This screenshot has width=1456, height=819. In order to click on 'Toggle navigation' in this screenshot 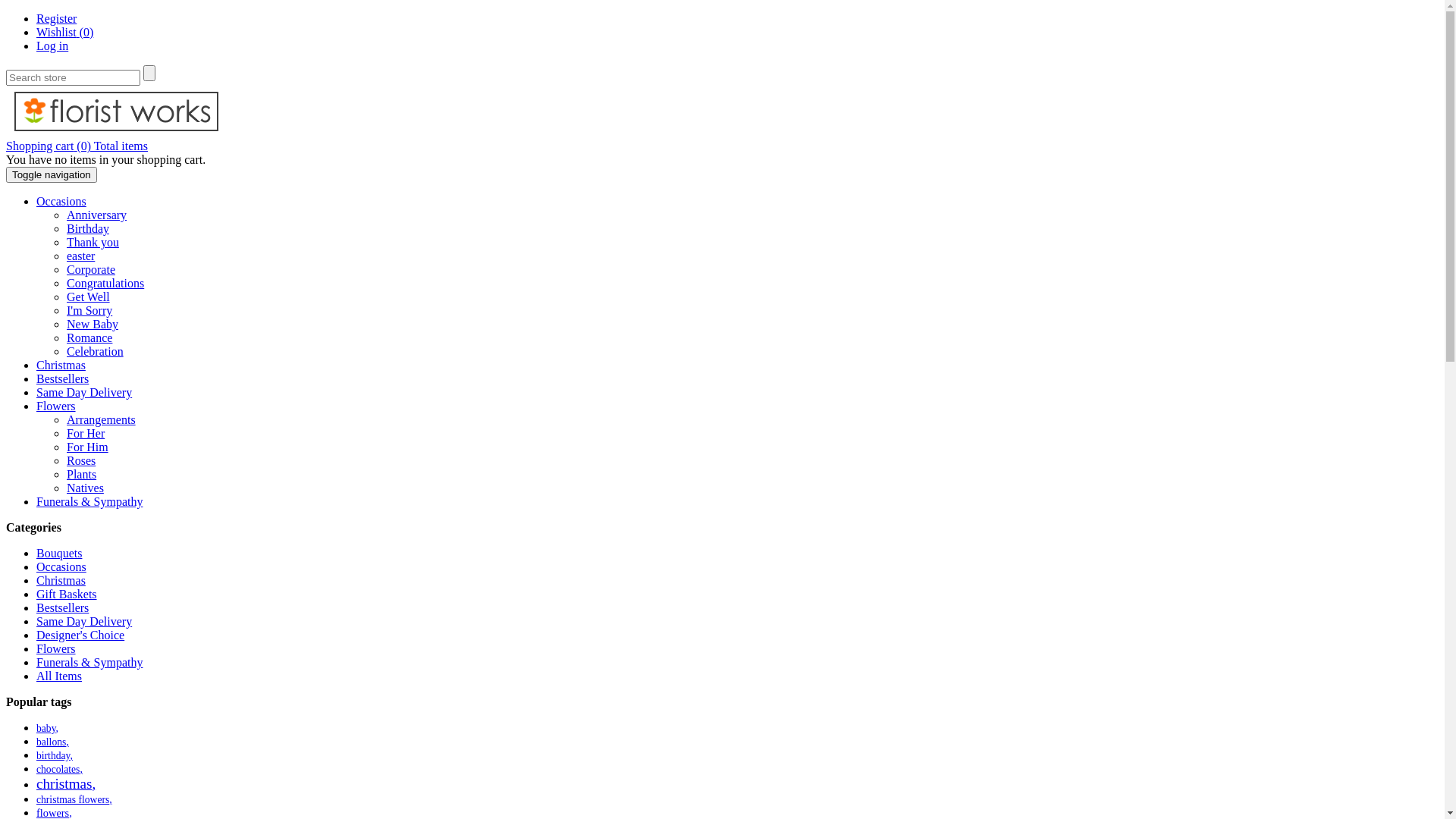, I will do `click(51, 174)`.